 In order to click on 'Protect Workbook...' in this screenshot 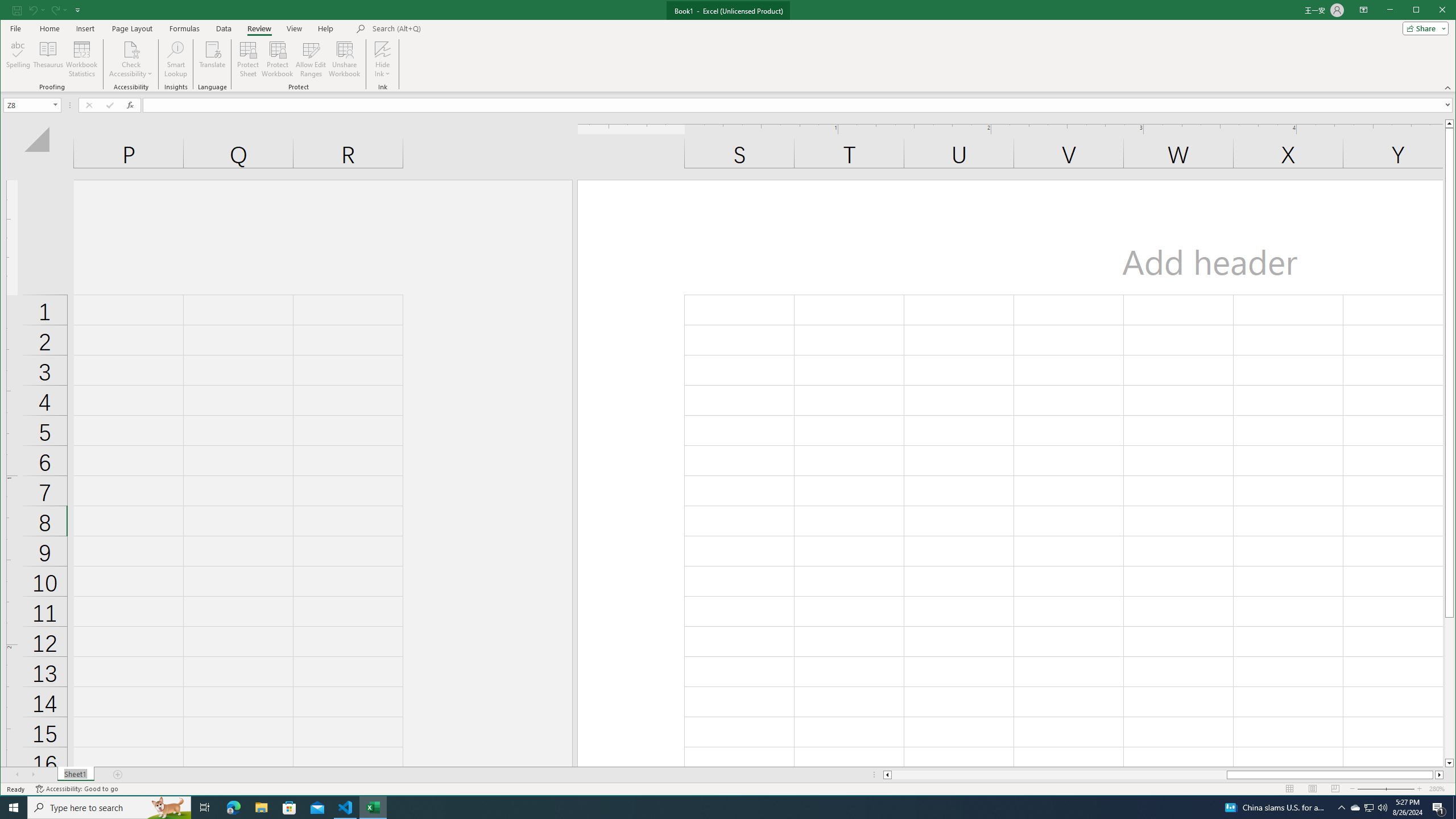, I will do `click(276, 59)`.